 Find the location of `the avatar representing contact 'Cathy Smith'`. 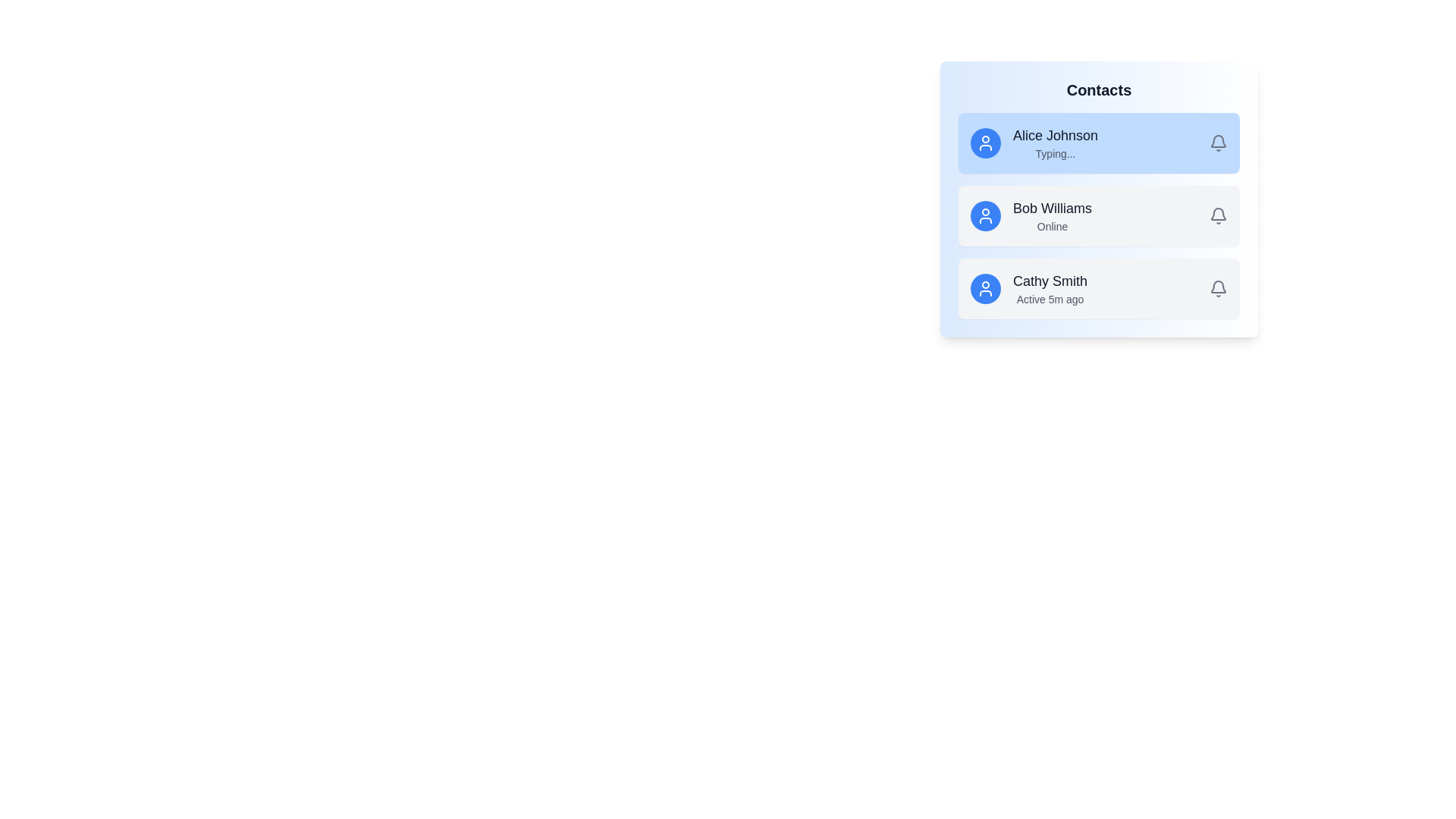

the avatar representing contact 'Cathy Smith' is located at coordinates (986, 289).